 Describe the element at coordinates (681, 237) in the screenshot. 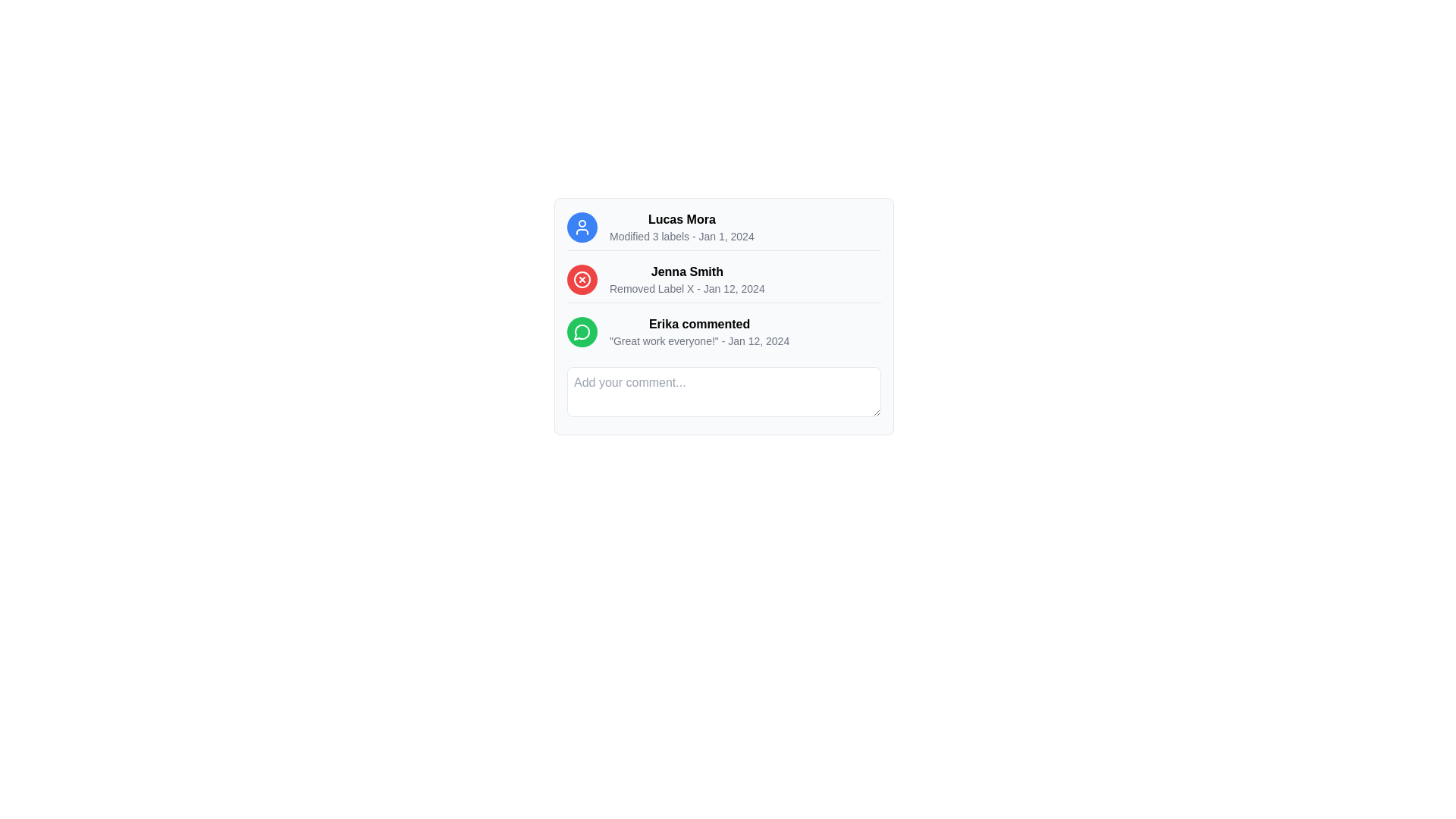

I see `the static text component that summarizes the action performed by the user, located directly below the text 'Lucas Mora'` at that location.